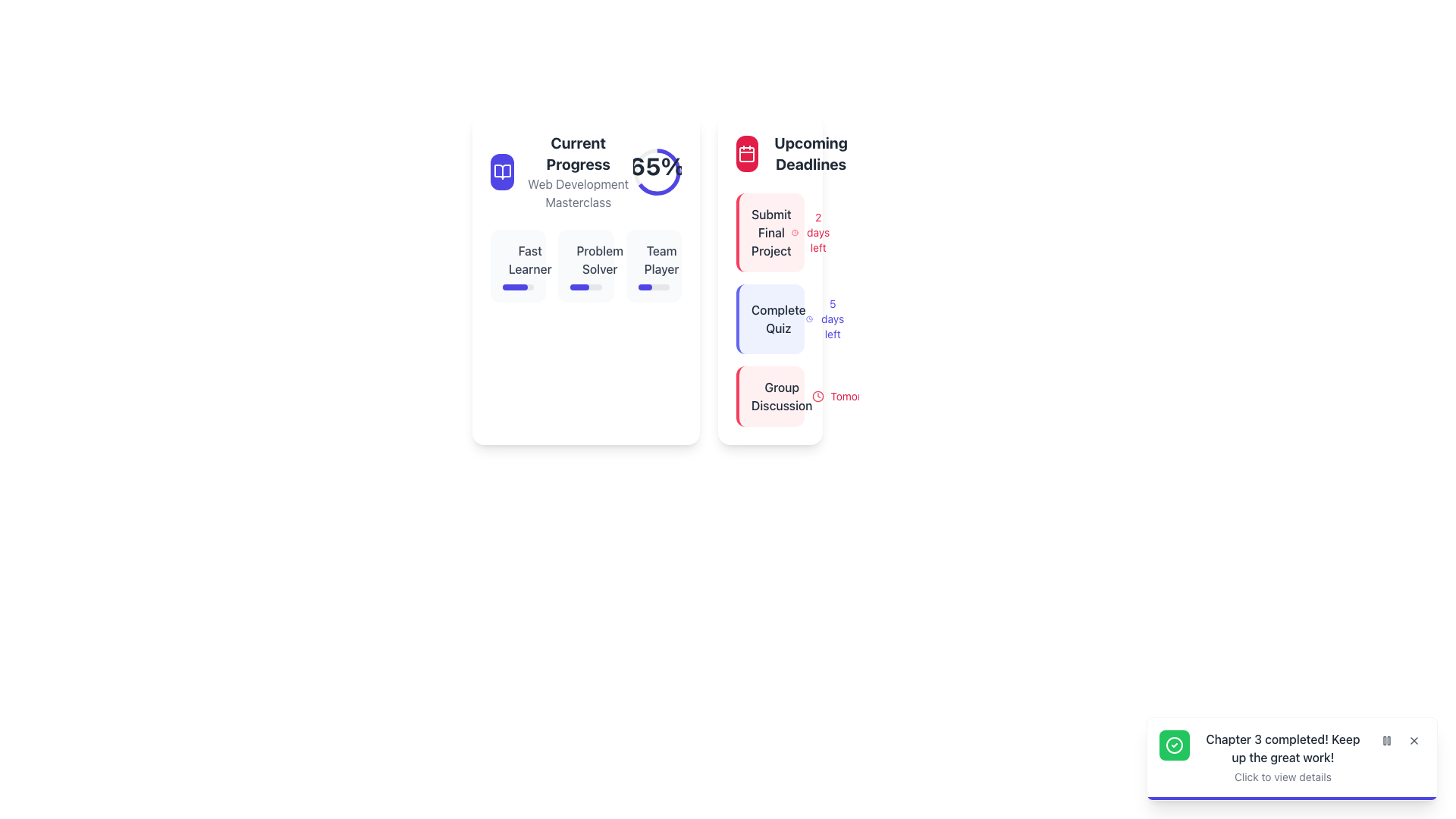 The width and height of the screenshot is (1456, 819). What do you see at coordinates (770, 318) in the screenshot?
I see `the 'Complete Quiz' card element, which features bold dark gray text, an indigo clock icon, and is styled with a soft indigo border on the left and a light indigo background, positioned in the 'Upcoming Deadlines' section` at bounding box center [770, 318].